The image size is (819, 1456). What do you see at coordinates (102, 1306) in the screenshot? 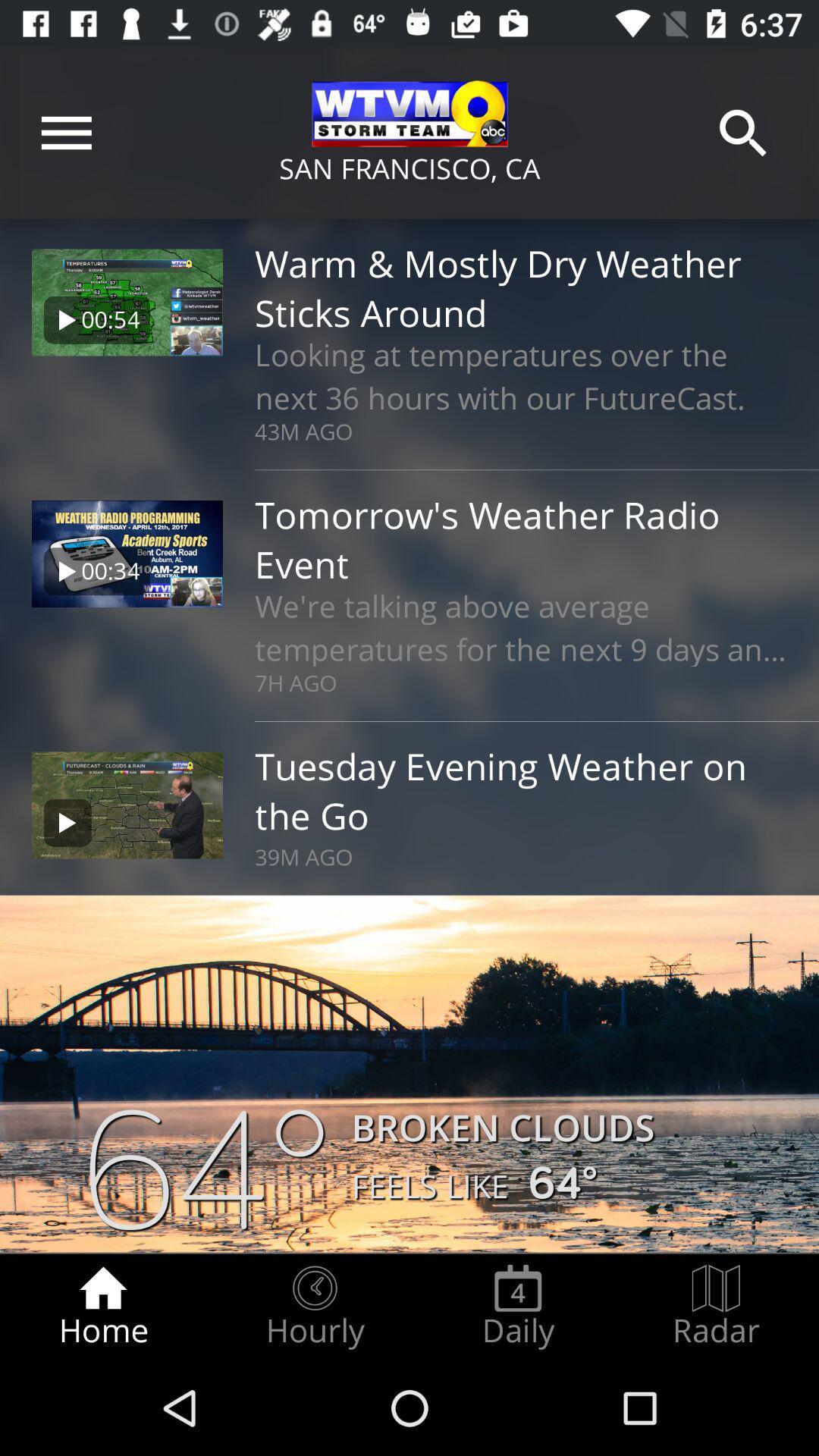
I see `the item next to the hourly item` at bounding box center [102, 1306].